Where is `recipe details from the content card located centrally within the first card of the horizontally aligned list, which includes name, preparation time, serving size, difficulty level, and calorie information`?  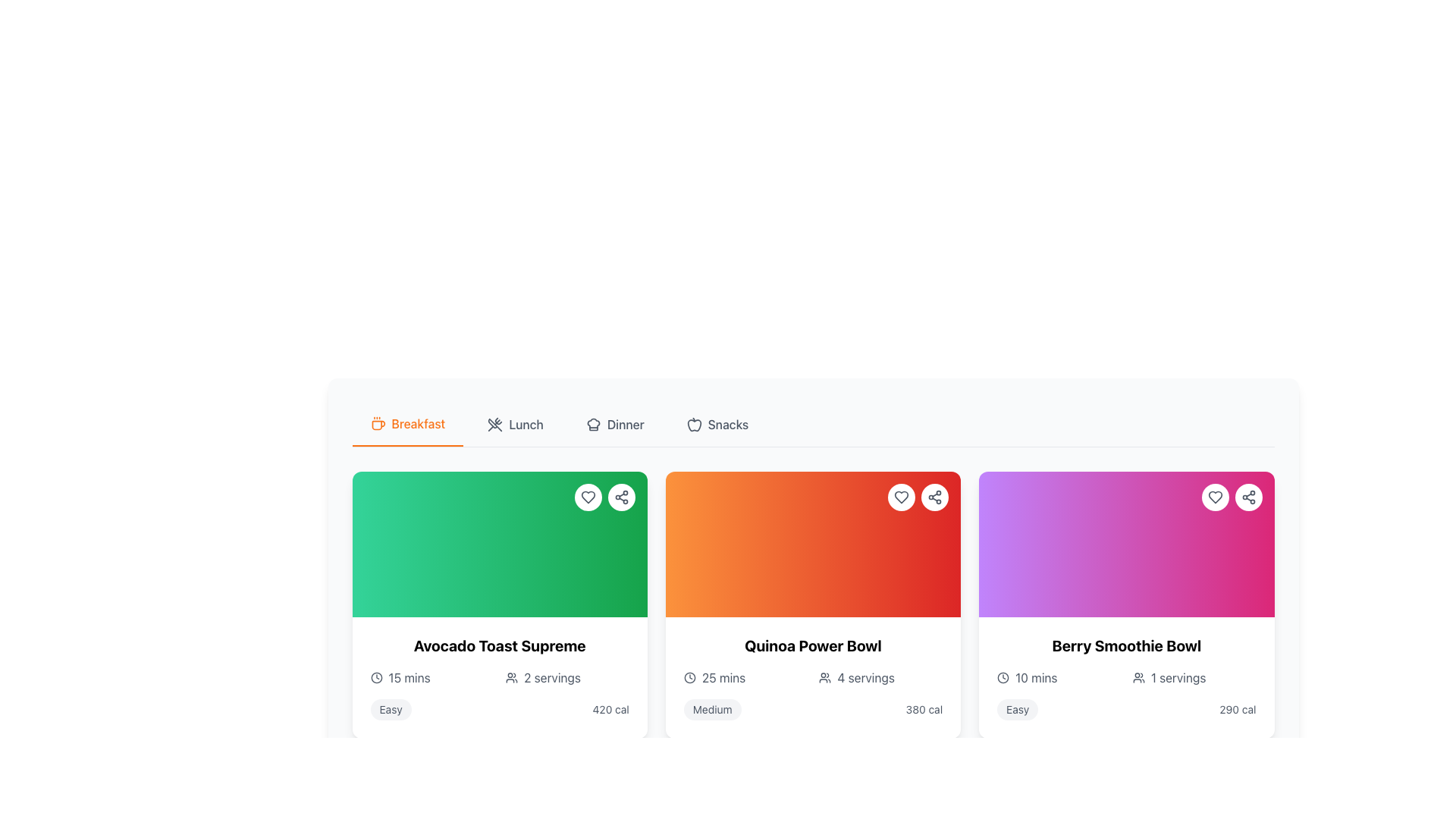 recipe details from the content card located centrally within the first card of the horizontally aligned list, which includes name, preparation time, serving size, difficulty level, and calorie information is located at coordinates (500, 677).